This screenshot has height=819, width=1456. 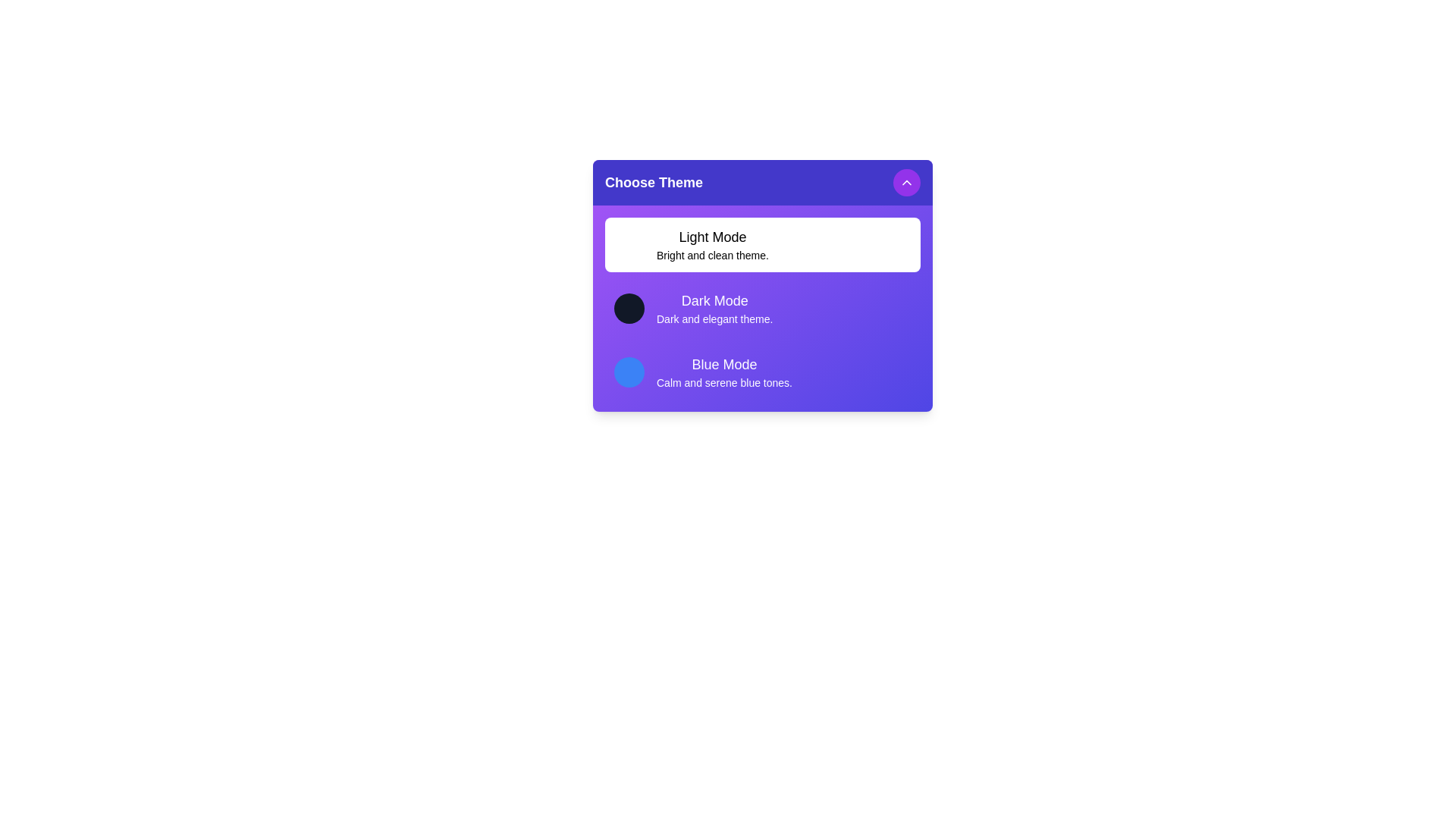 I want to click on the theme Dark Mode from the list, so click(x=763, y=308).